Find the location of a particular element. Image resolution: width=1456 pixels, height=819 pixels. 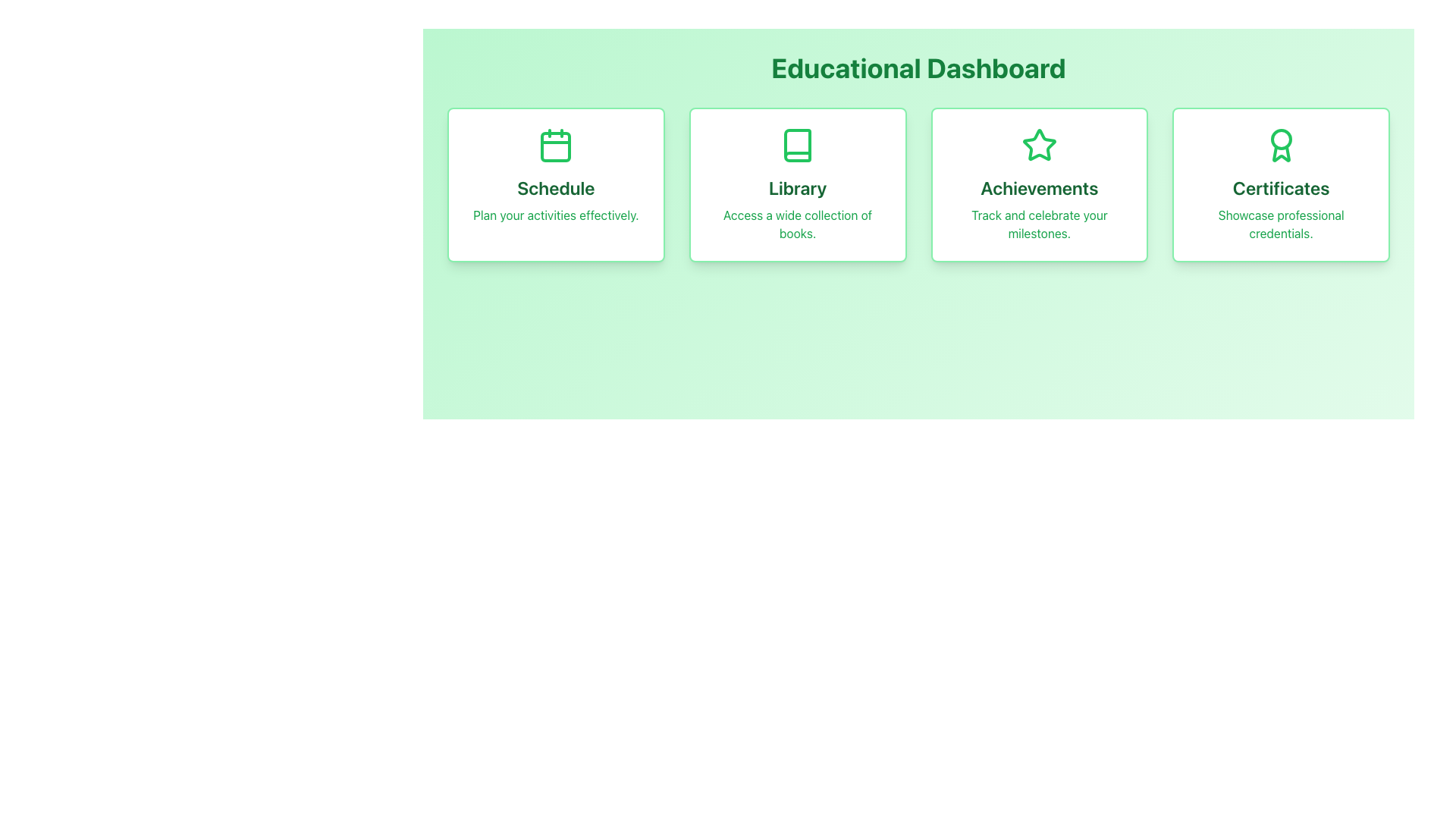

the text element that says 'Access a wide collection of books.' which is styled in green color and located in the second card from the left in the Educational Dashboard interface is located at coordinates (797, 224).